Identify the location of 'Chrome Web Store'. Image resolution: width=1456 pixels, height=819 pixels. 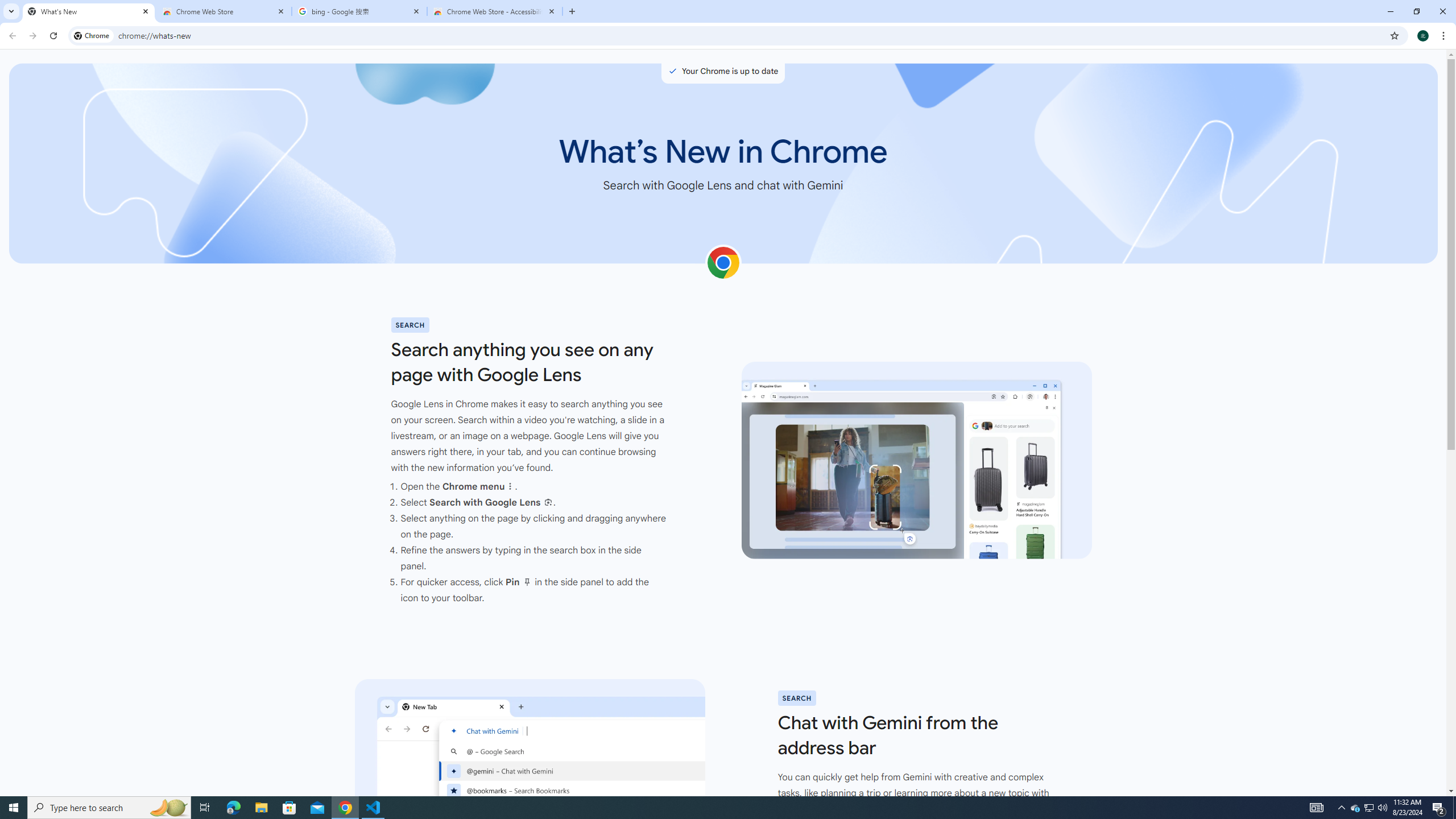
(224, 11).